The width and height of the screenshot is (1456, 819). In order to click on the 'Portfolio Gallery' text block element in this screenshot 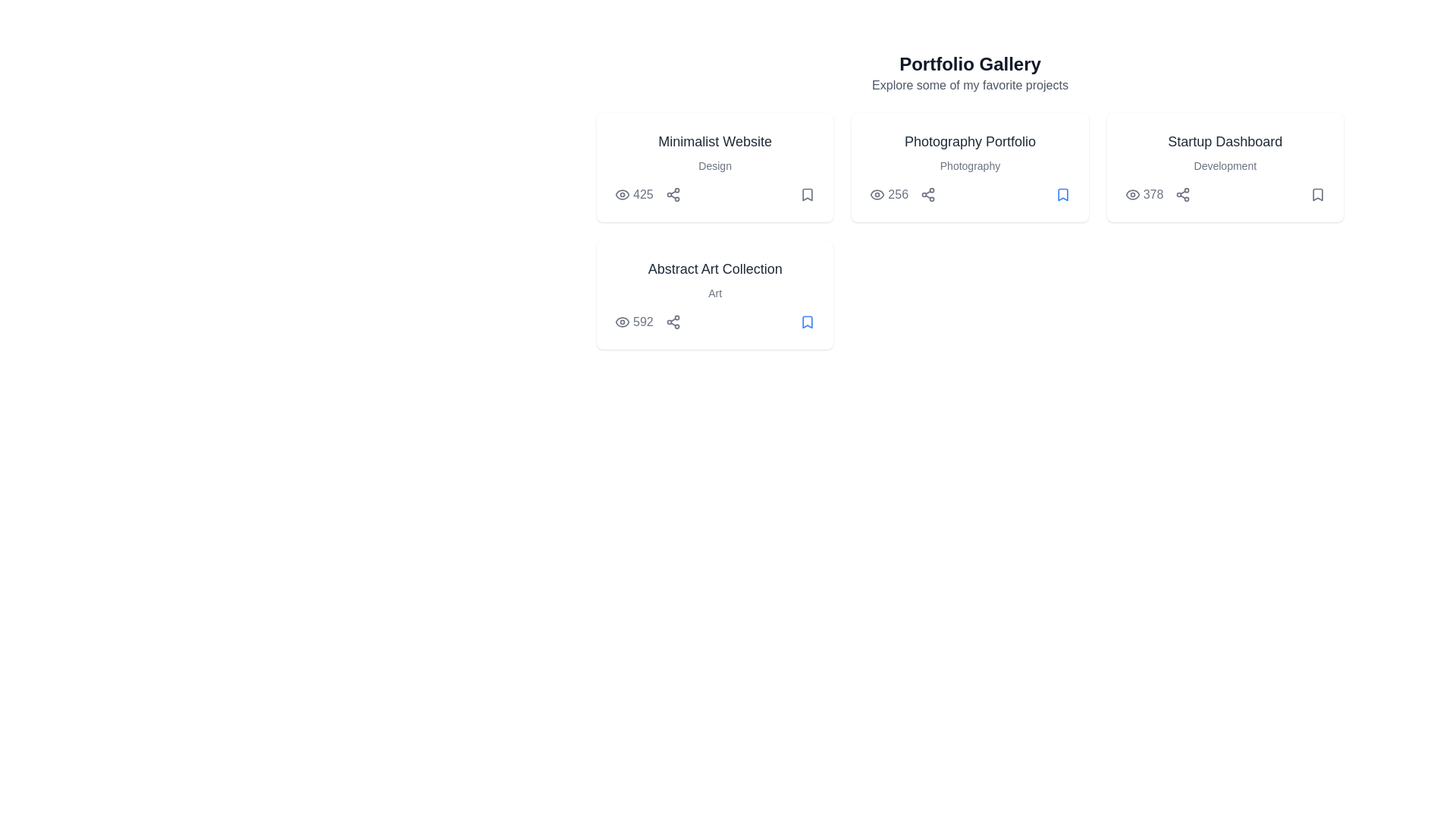, I will do `click(969, 73)`.